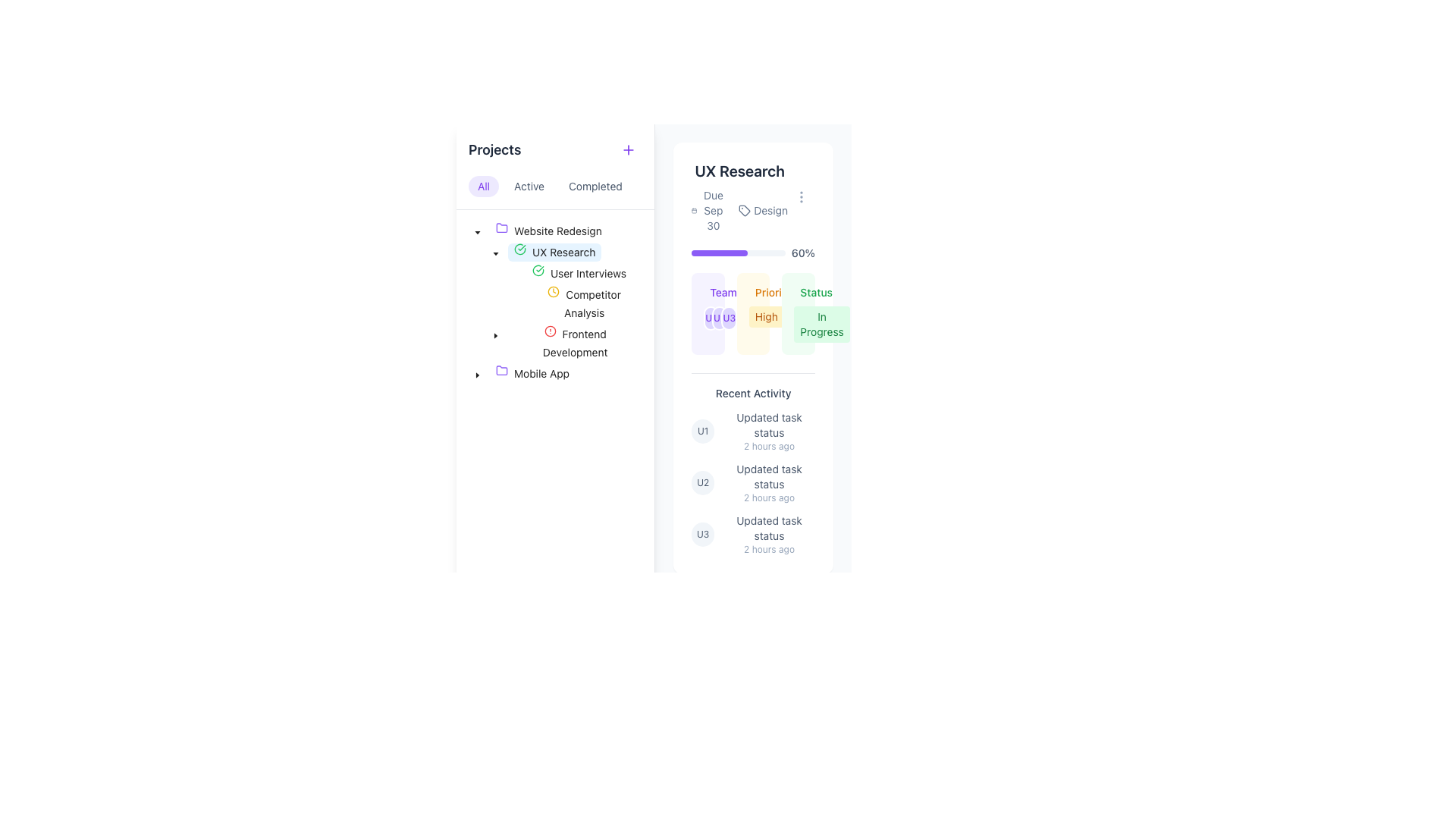 This screenshot has height=819, width=1456. Describe the element at coordinates (532, 374) in the screenshot. I see `the Tree Node element labeled 'Mobile App' located under the 'Projects' header` at that location.